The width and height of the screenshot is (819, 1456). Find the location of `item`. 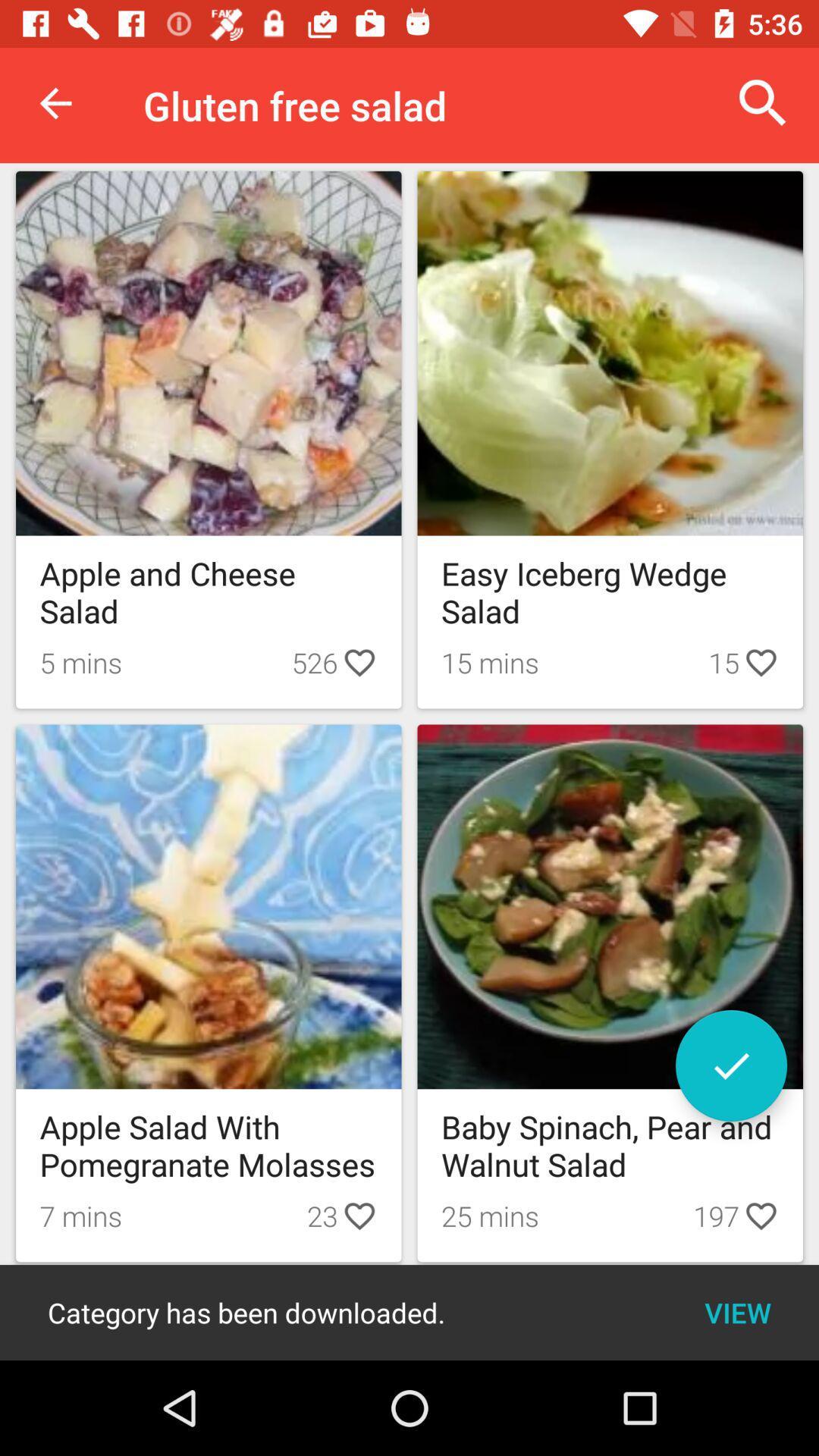

item is located at coordinates (730, 1065).